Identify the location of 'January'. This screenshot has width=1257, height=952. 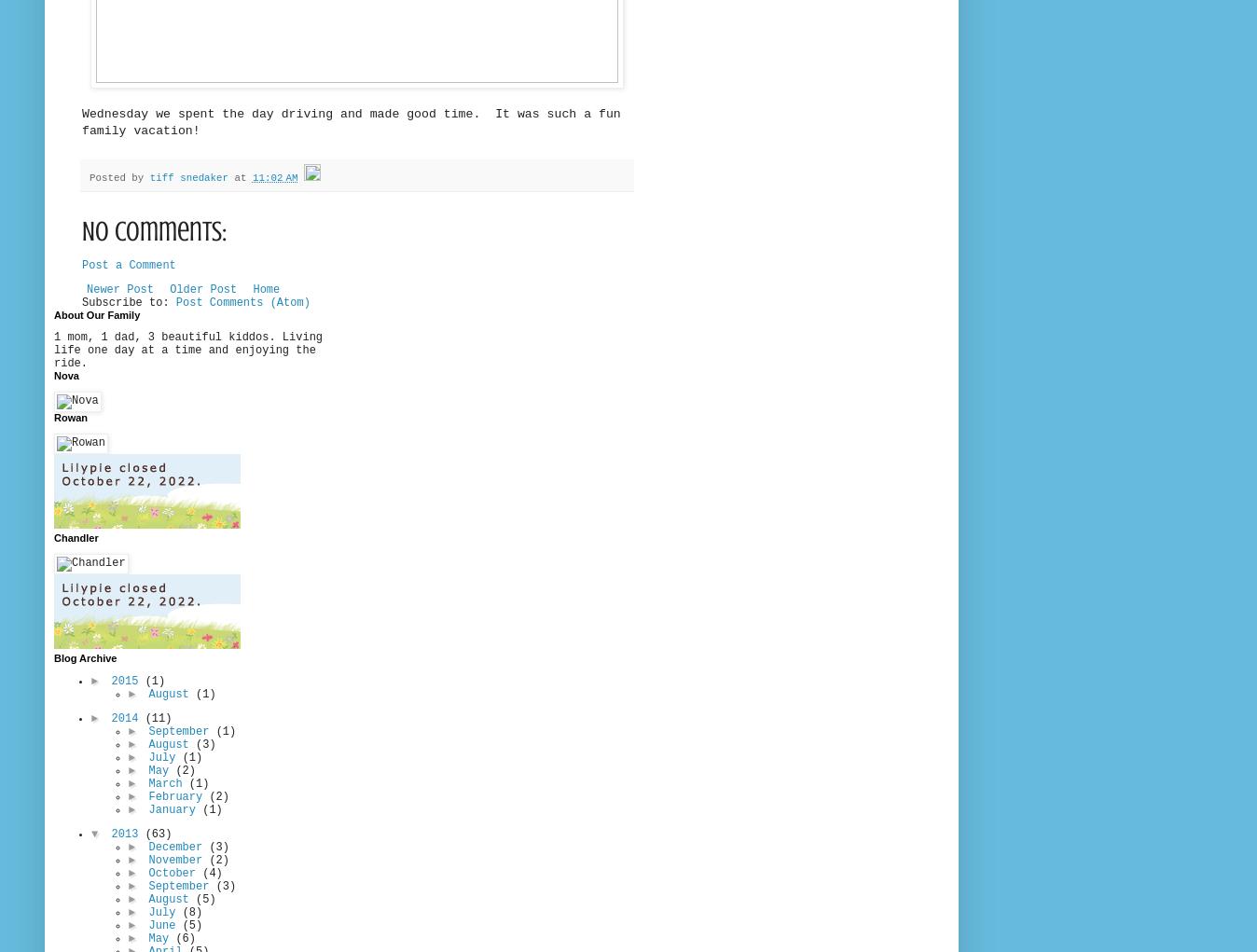
(175, 808).